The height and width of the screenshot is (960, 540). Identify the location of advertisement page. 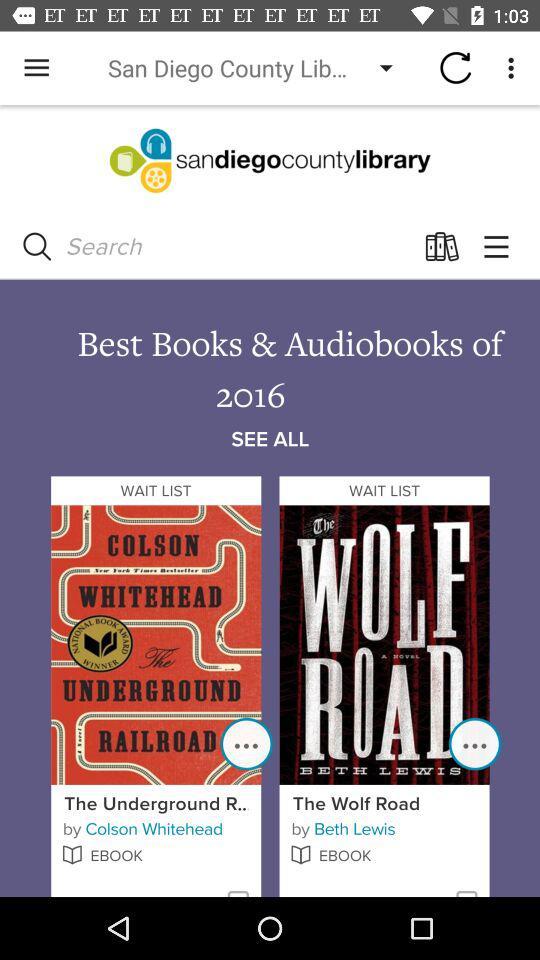
(270, 500).